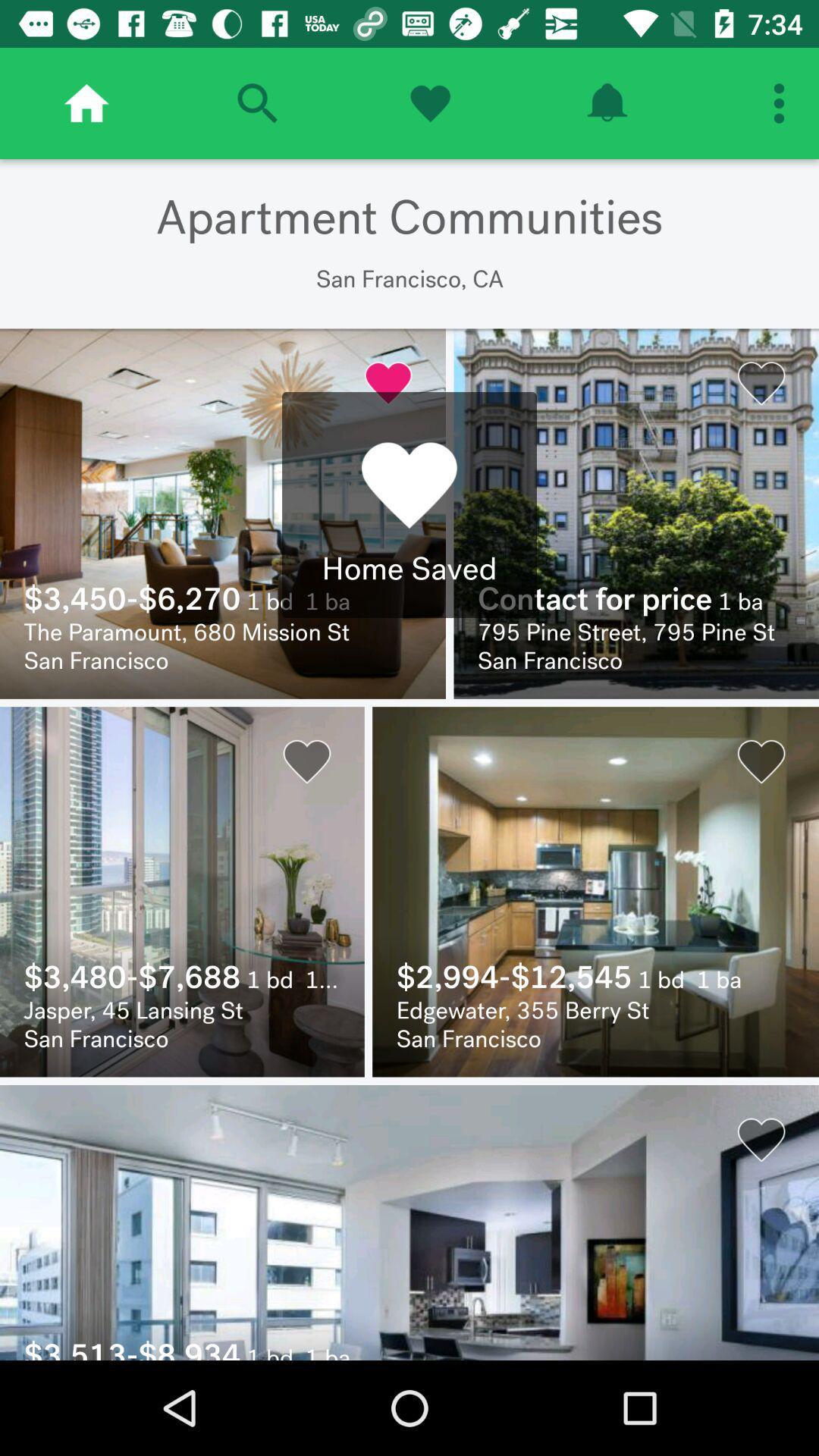  Describe the element at coordinates (606, 102) in the screenshot. I see `notifaction buton when something new comes up` at that location.